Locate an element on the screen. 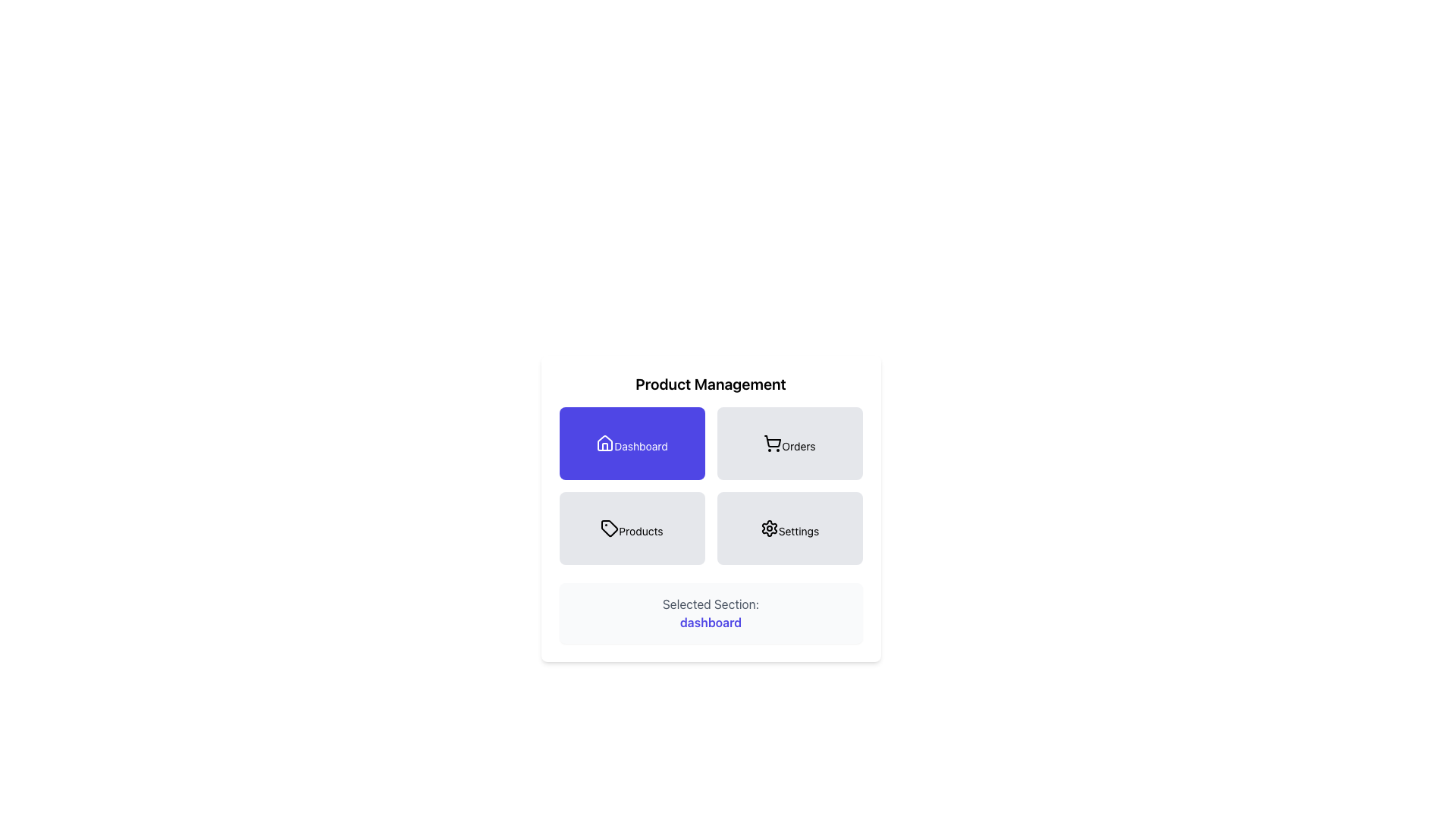 The image size is (1456, 819). the gear-shaped icon representing settings located in the bottom-right quadrant of the four-option grid is located at coordinates (769, 528).